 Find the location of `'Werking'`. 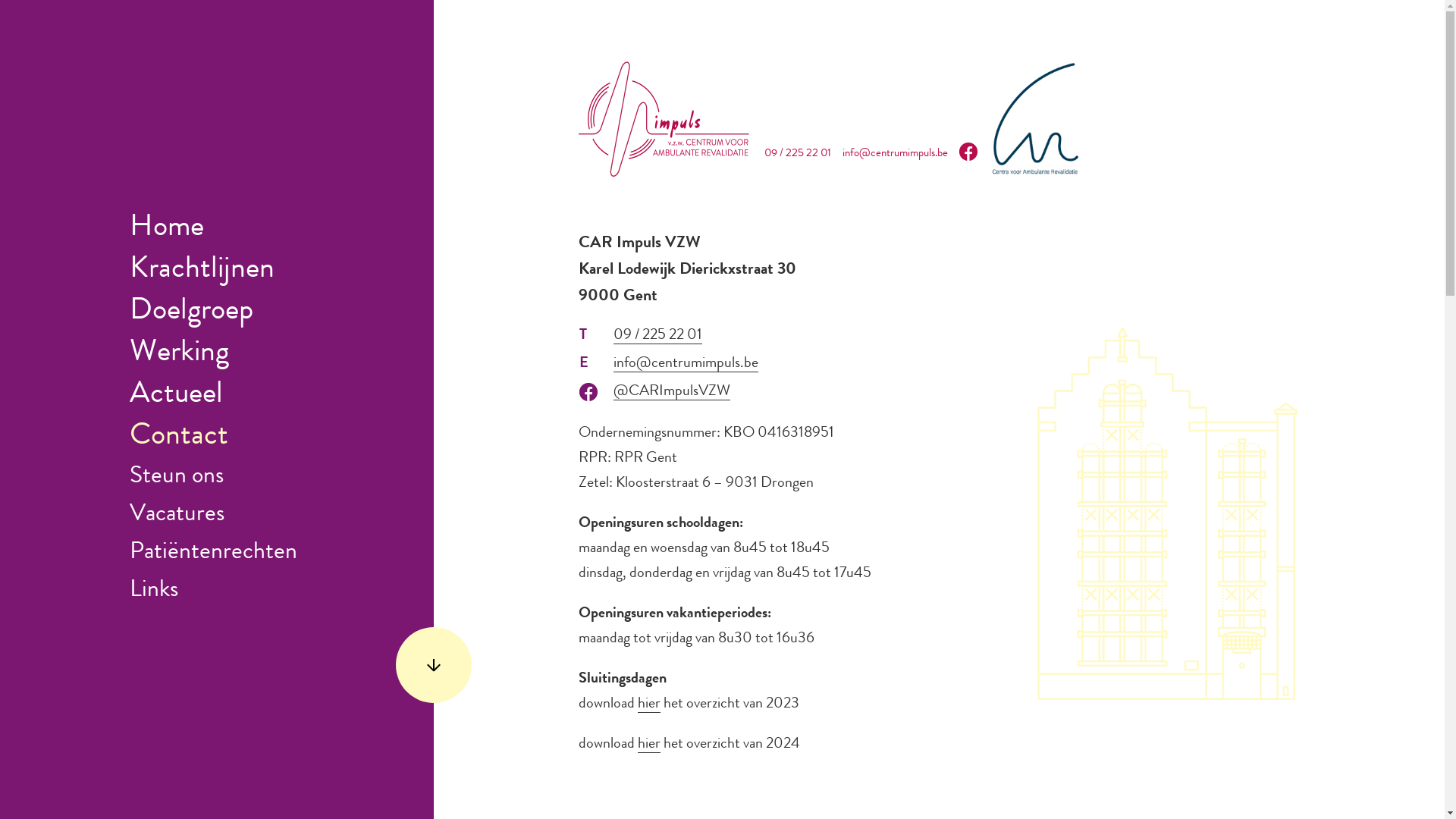

'Werking' is located at coordinates (130, 353).